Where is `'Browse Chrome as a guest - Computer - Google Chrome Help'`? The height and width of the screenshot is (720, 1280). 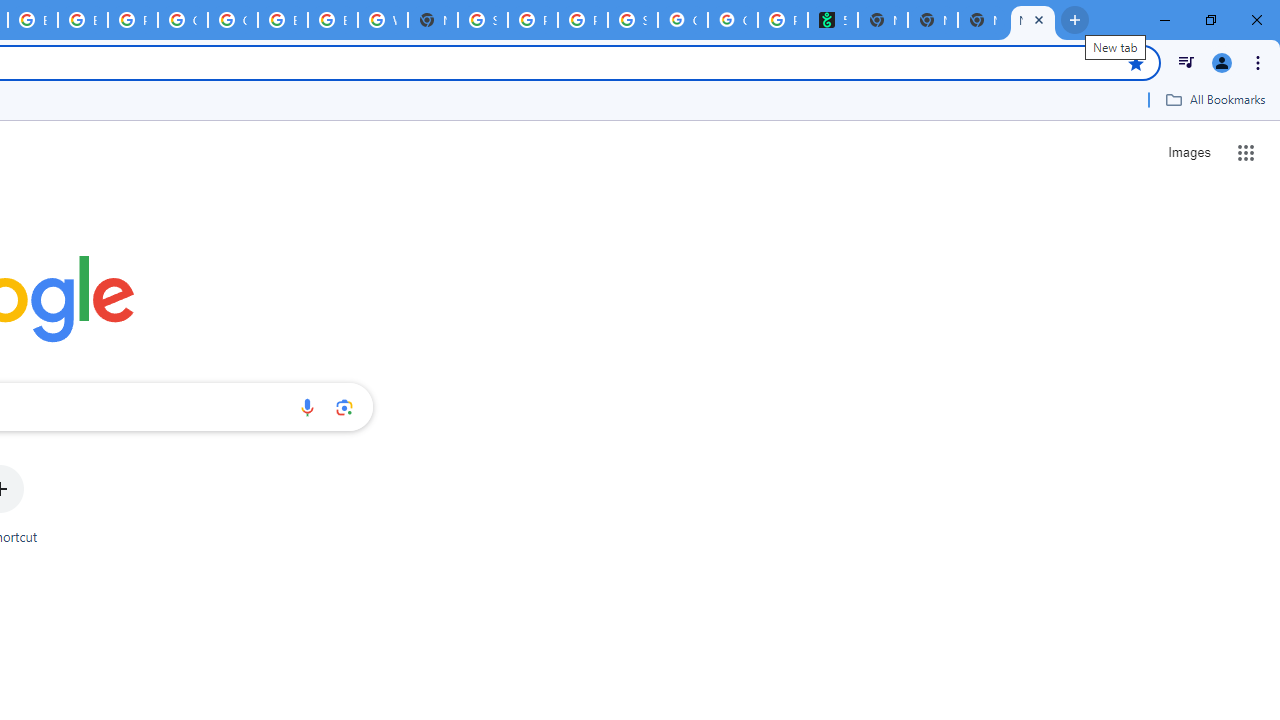 'Browse Chrome as a guest - Computer - Google Chrome Help' is located at coordinates (282, 20).